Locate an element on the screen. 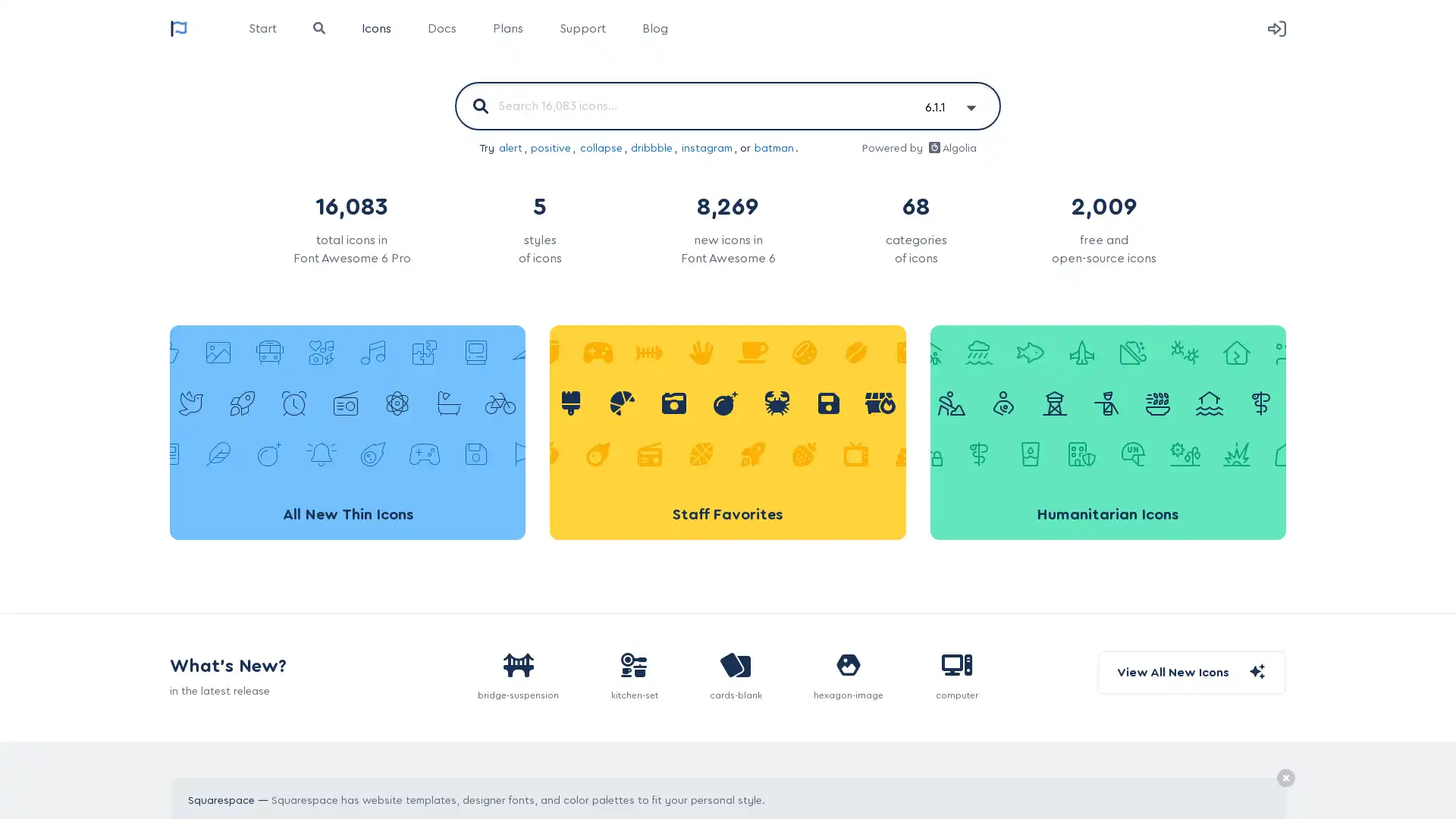 The height and width of the screenshot is (819, 1456). instagram is located at coordinates (705, 149).